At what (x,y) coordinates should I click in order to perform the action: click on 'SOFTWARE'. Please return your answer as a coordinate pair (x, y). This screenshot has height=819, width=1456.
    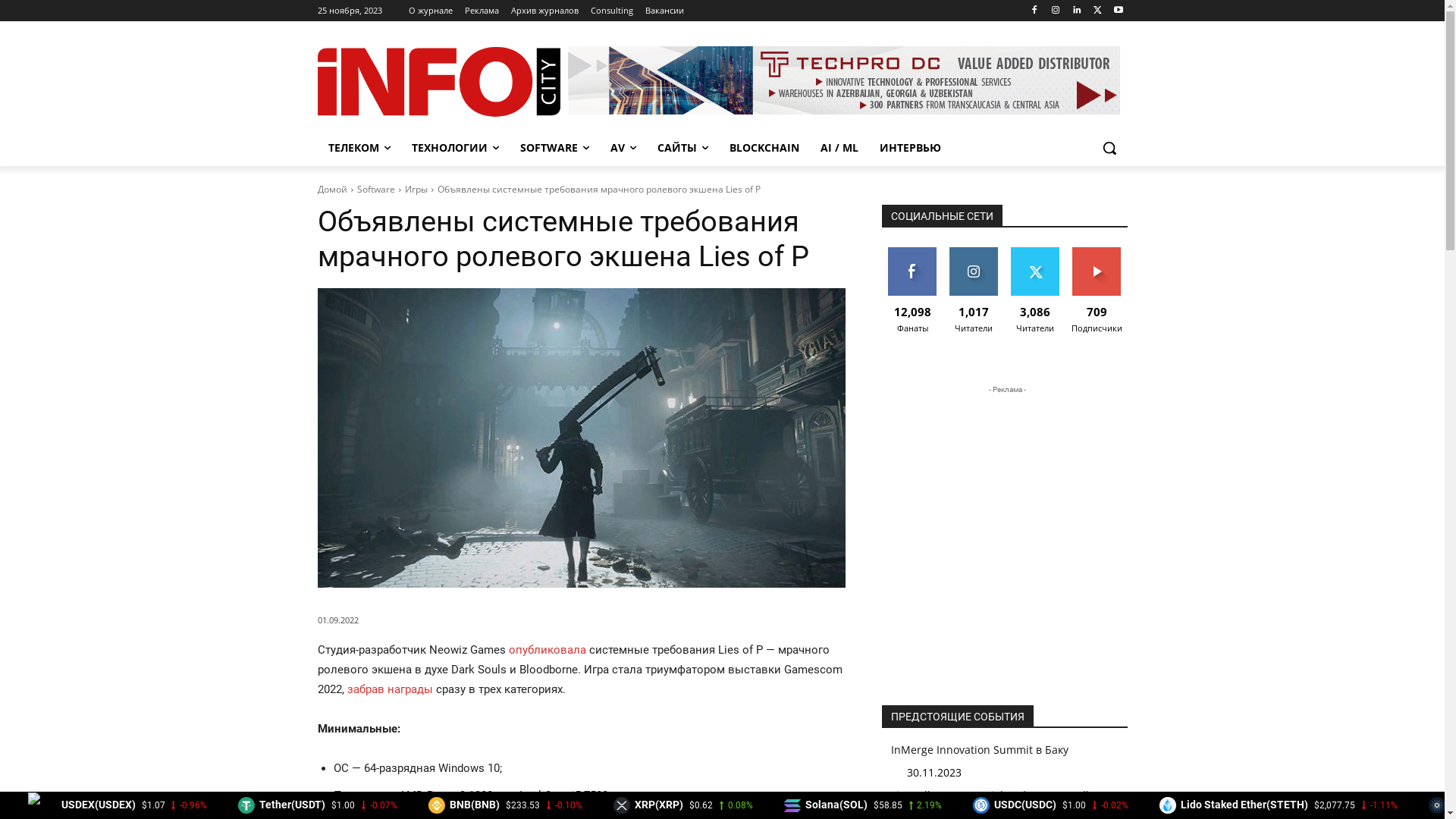
    Looking at the image, I should click on (554, 148).